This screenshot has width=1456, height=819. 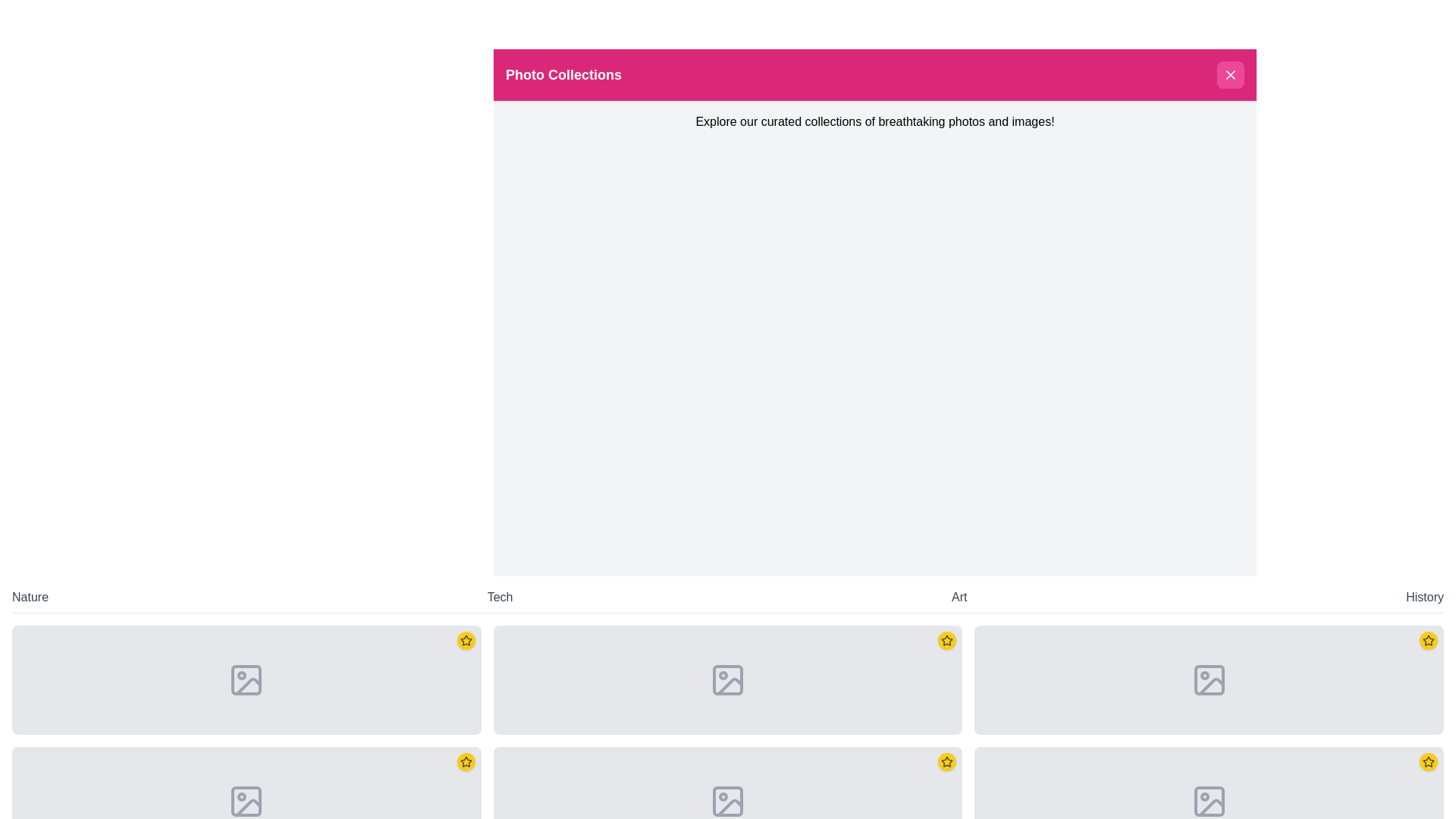 What do you see at coordinates (946, 761) in the screenshot?
I see `the star icon located in the top-right corner of the square card under the 'Art' category` at bounding box center [946, 761].